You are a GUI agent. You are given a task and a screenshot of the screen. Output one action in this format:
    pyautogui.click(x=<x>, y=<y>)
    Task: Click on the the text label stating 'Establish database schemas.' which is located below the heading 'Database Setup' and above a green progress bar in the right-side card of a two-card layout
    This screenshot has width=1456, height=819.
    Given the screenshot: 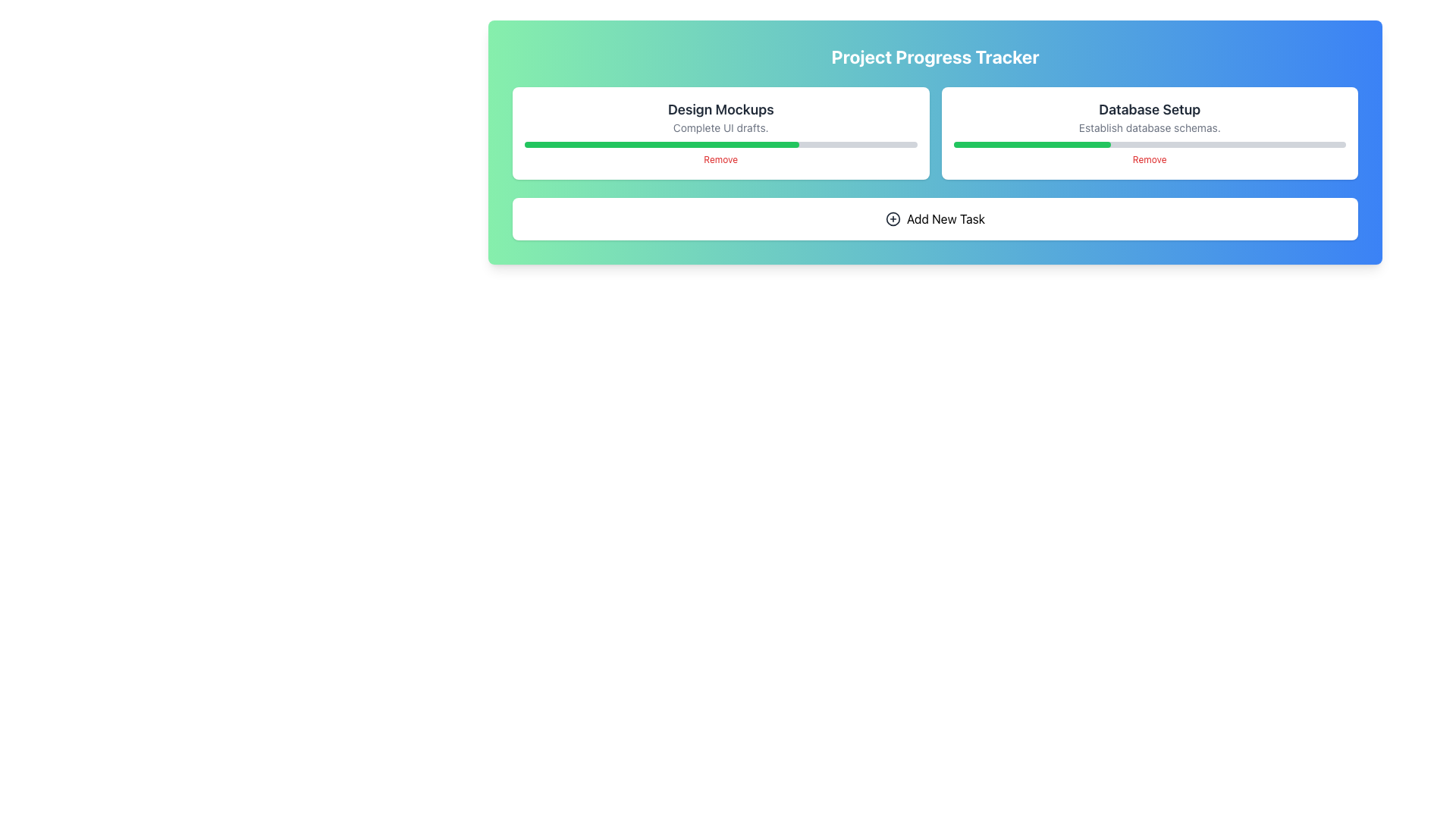 What is the action you would take?
    pyautogui.click(x=1150, y=127)
    